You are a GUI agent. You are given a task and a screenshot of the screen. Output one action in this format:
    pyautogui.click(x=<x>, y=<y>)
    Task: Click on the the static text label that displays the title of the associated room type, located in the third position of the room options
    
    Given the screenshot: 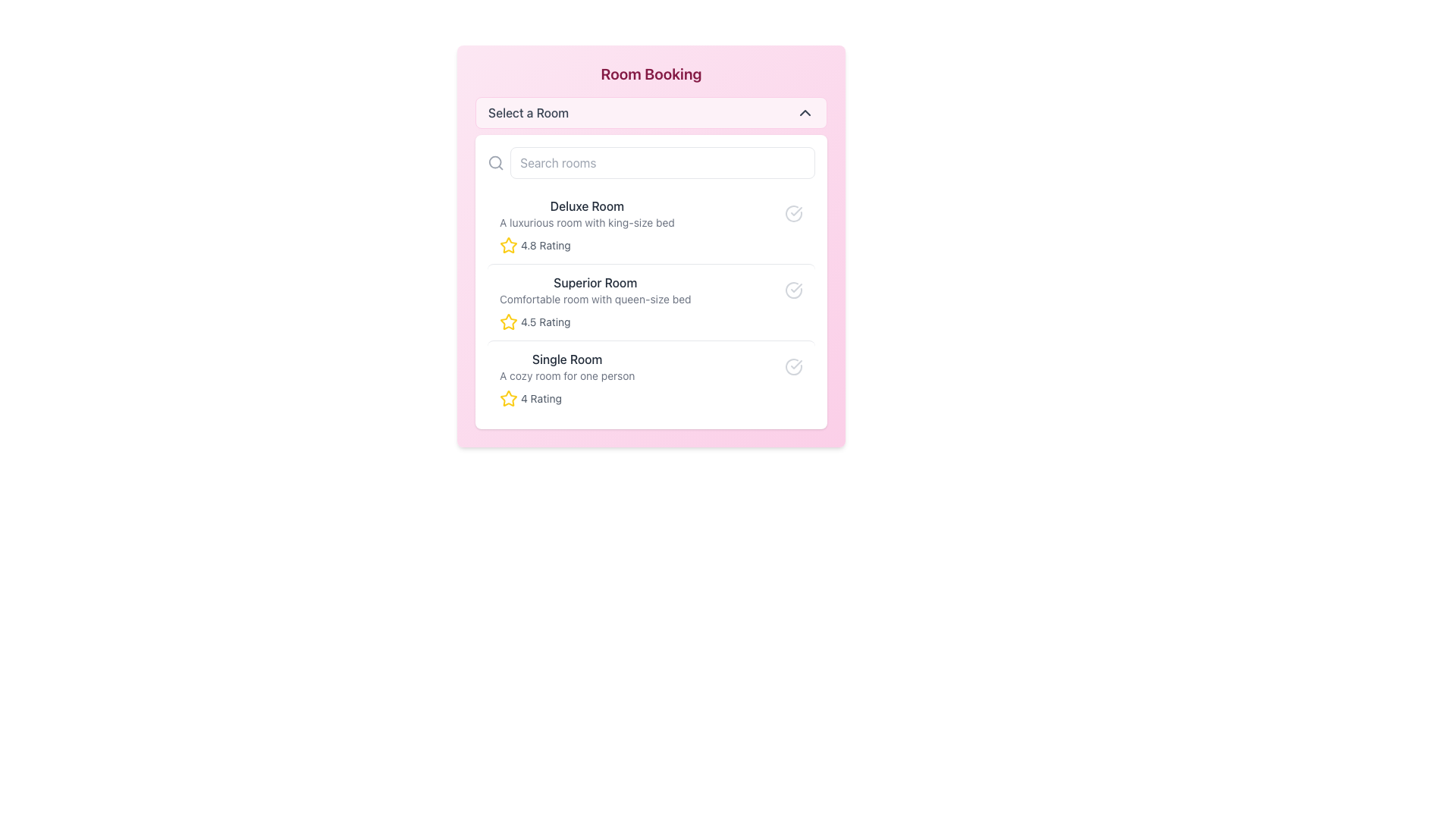 What is the action you would take?
    pyautogui.click(x=566, y=359)
    